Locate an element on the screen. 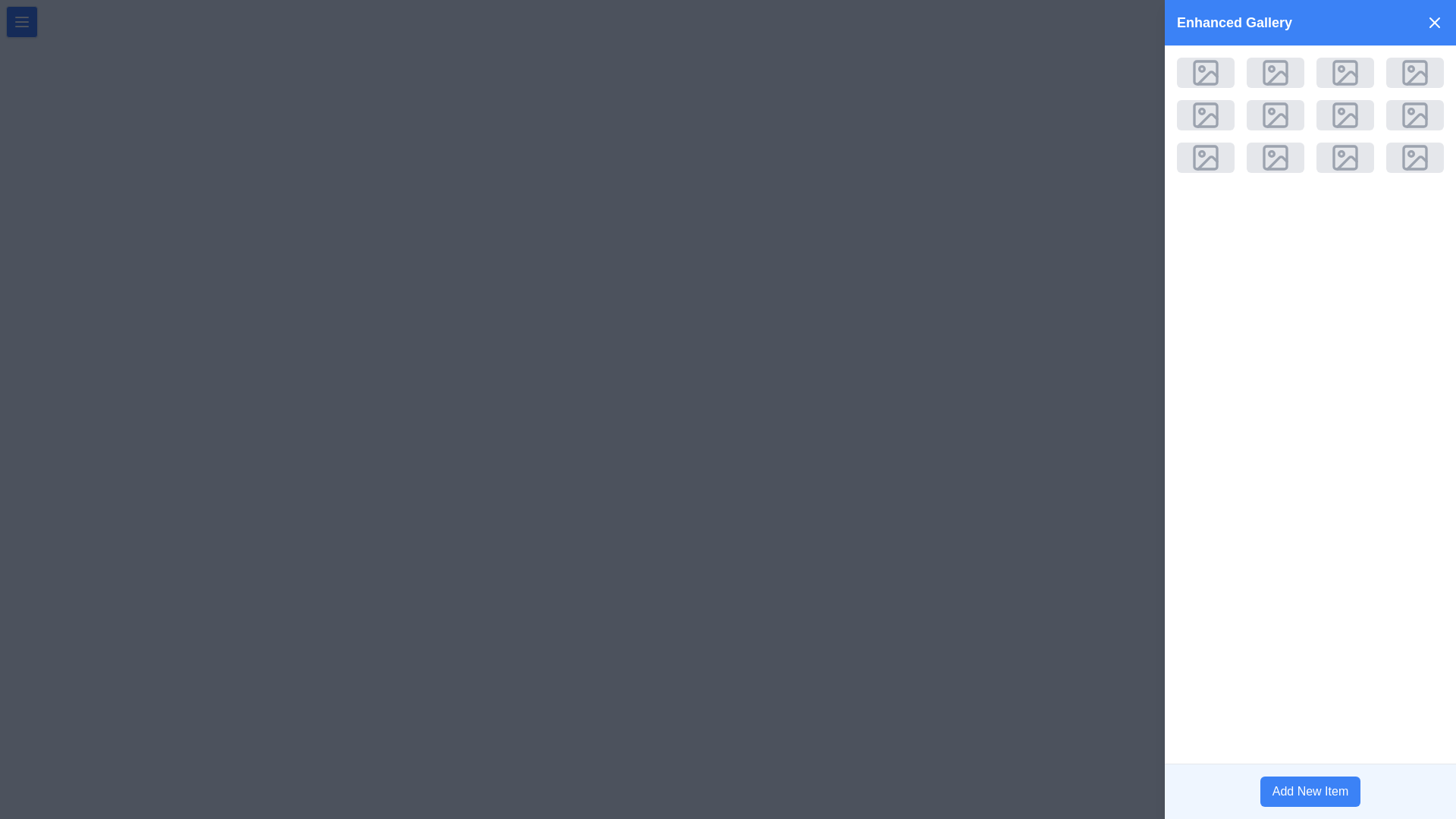 The image size is (1456, 819). the image placeholder button is located at coordinates (1274, 73).